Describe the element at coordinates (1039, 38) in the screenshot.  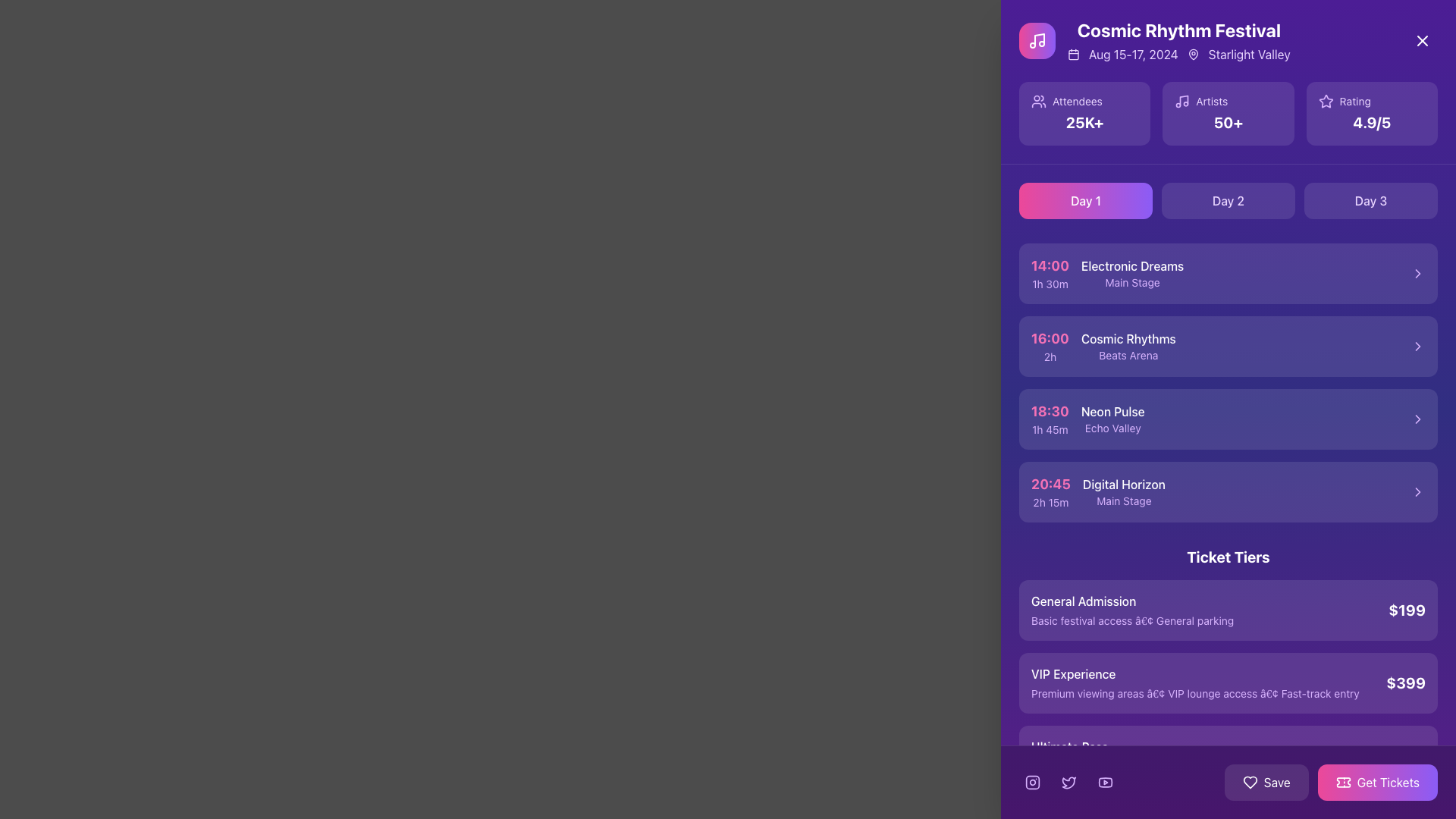
I see `the musical note icon located in the top-left corner of the header section, adjacent to the festival title 'Cosmic Rhythm Festival'` at that location.